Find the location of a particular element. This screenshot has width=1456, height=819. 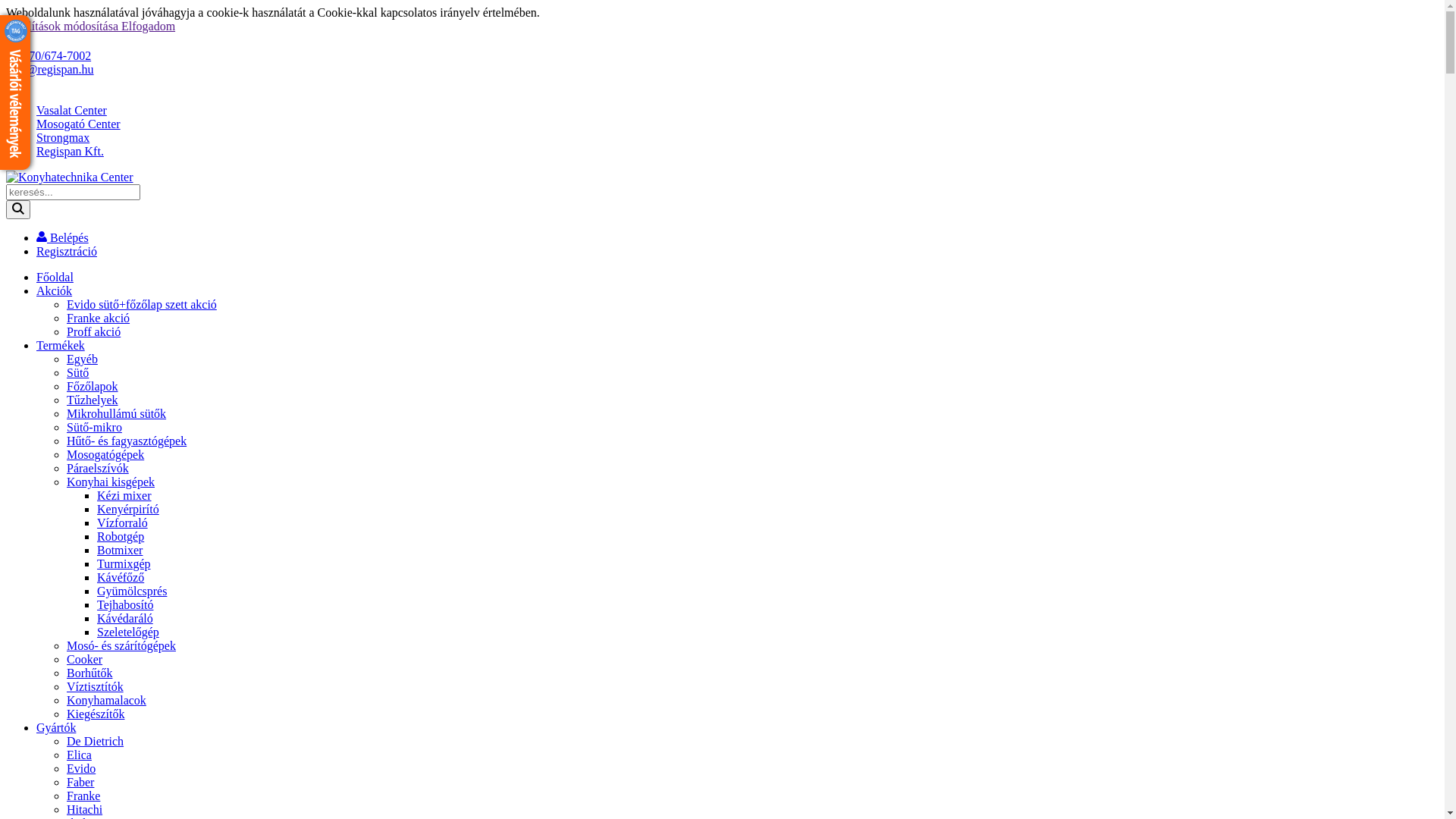

'Franke' is located at coordinates (83, 795).